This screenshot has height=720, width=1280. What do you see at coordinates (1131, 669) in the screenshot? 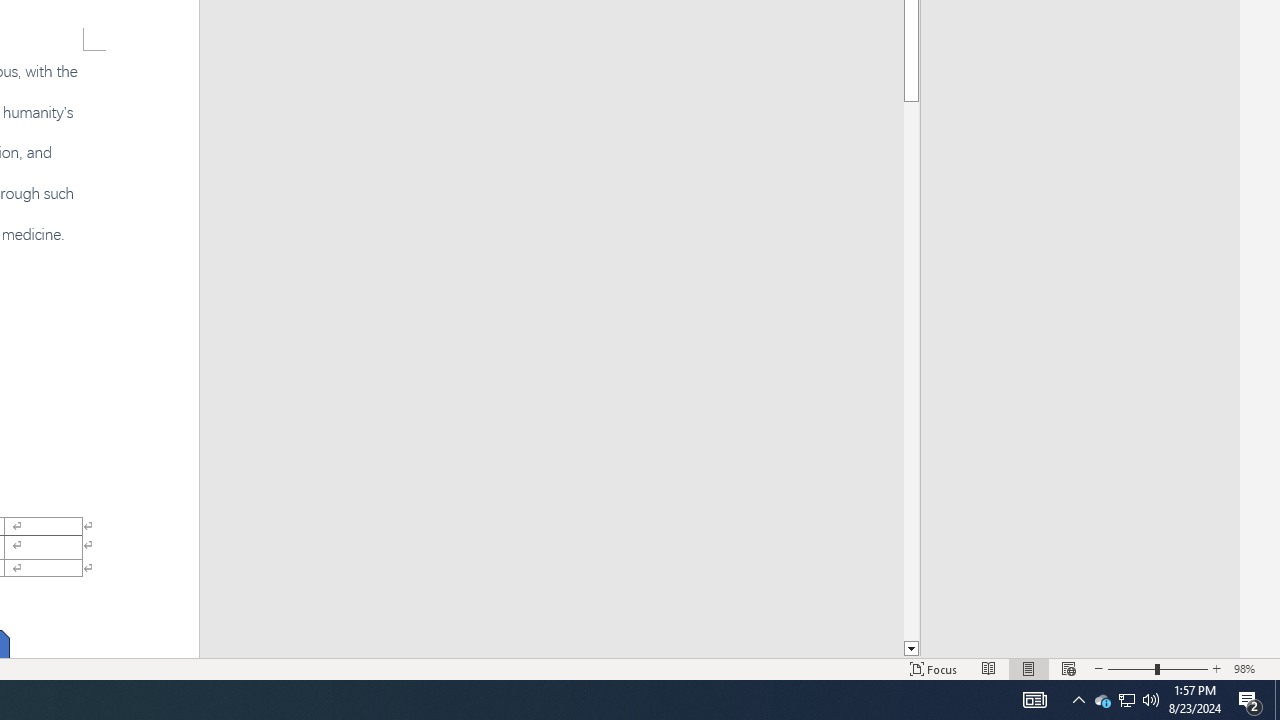
I see `'Zoom Out'` at bounding box center [1131, 669].